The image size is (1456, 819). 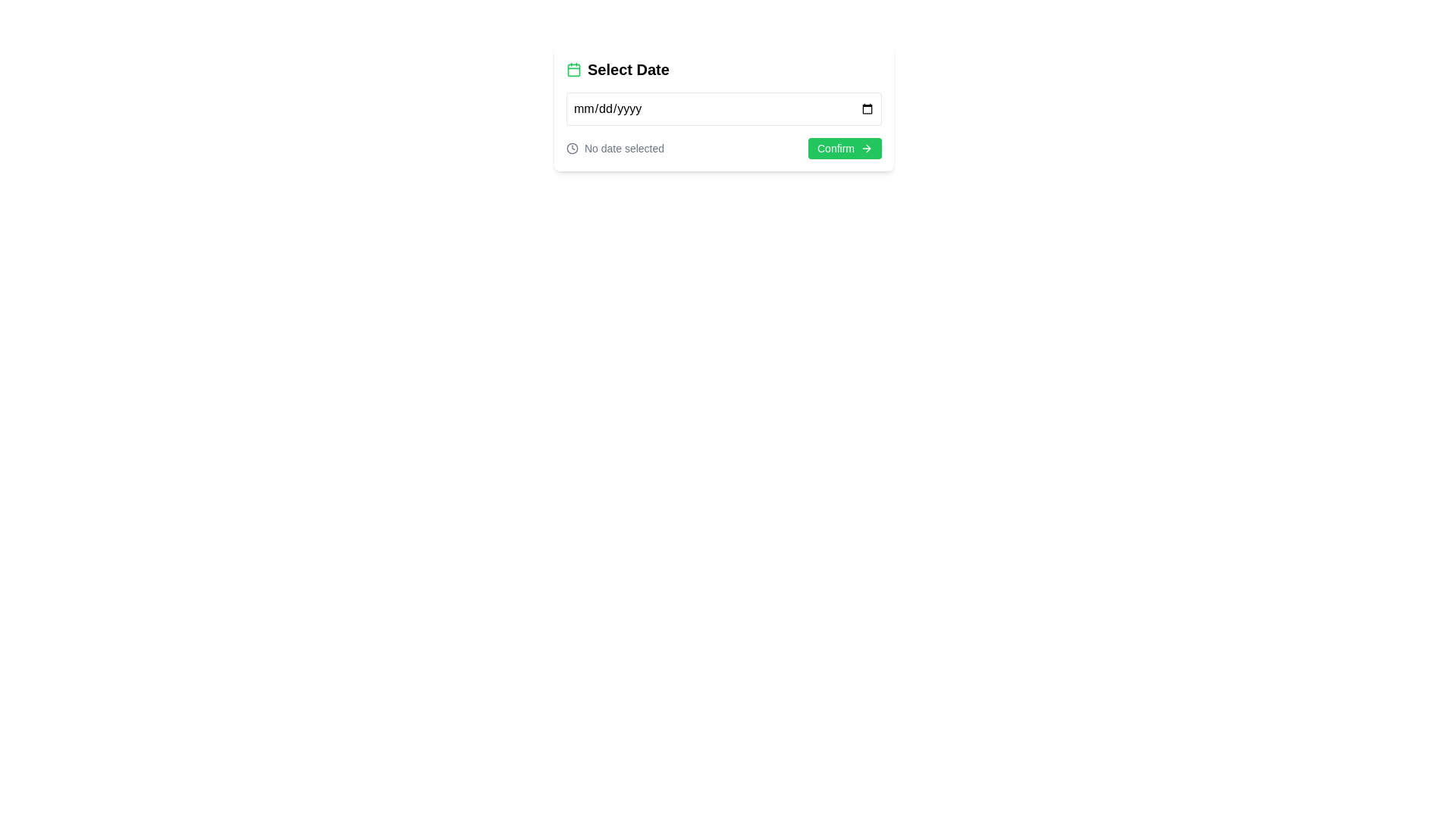 I want to click on the text label that indicates no date has been chosen in the date selection process, located below the 'Select Date' label and to the left of the 'Confirm' button, so click(x=624, y=149).